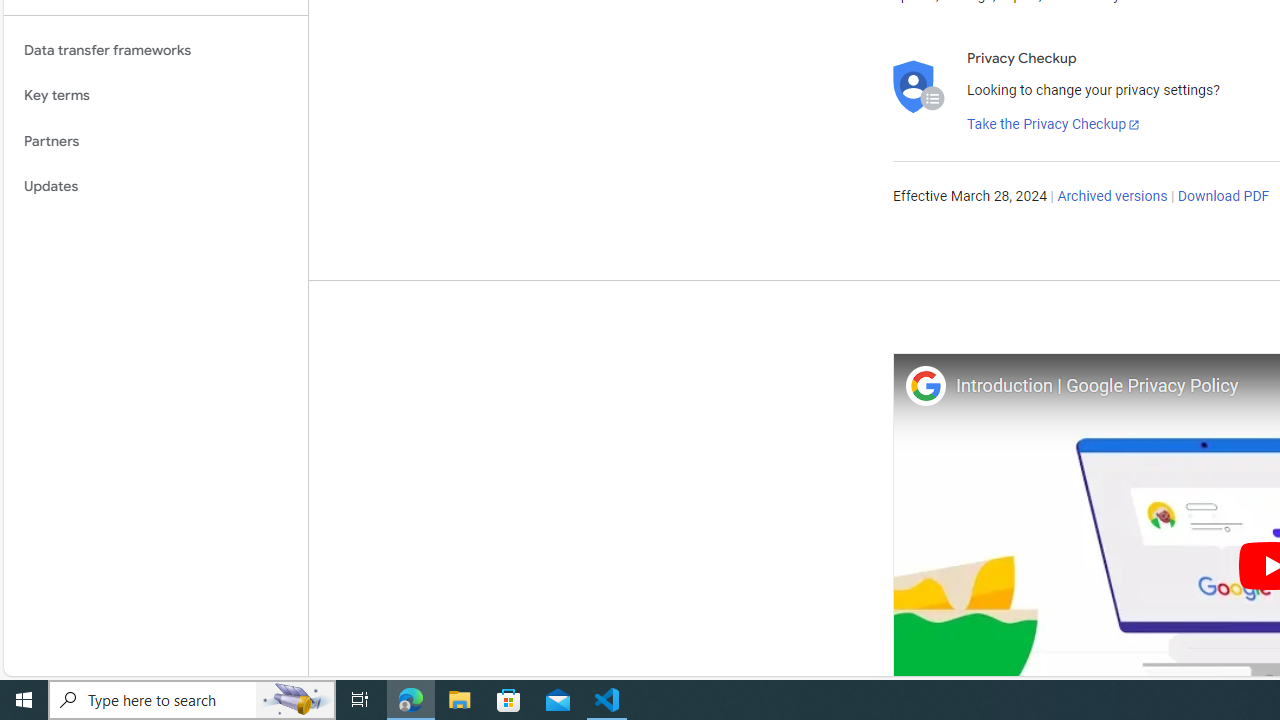 The width and height of the screenshot is (1280, 720). What do you see at coordinates (155, 140) in the screenshot?
I see `'Partners'` at bounding box center [155, 140].